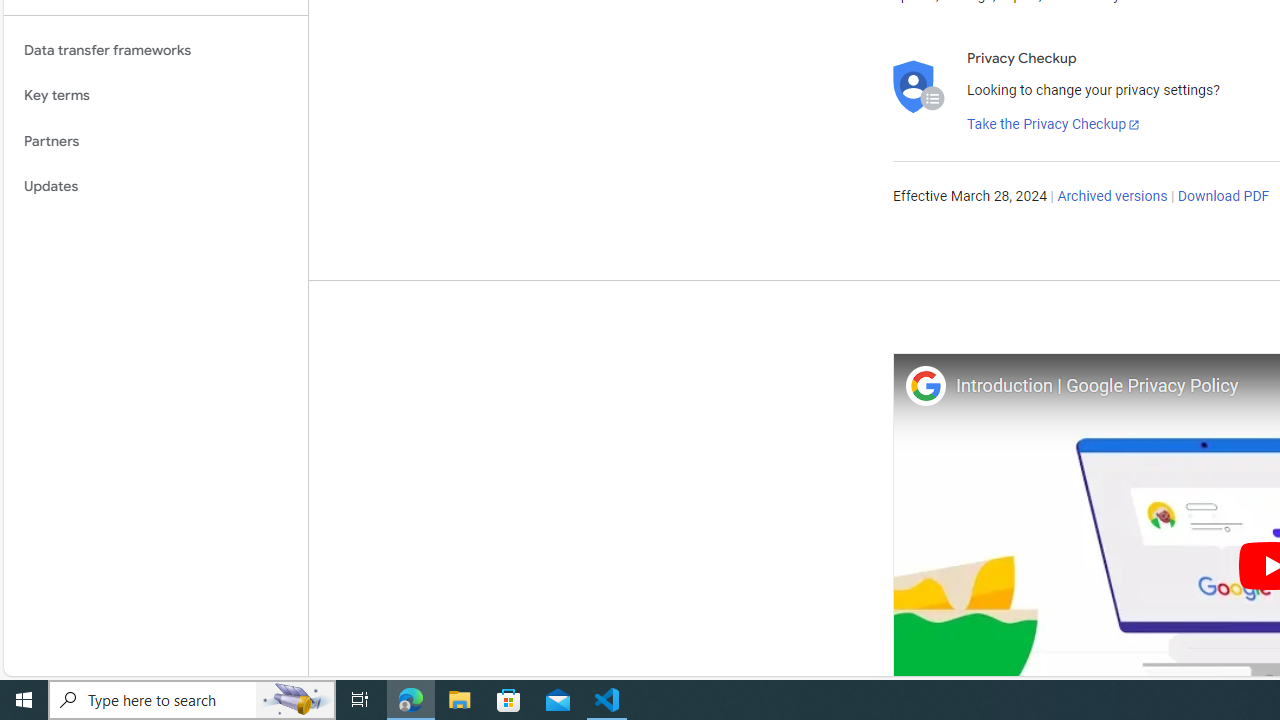 The width and height of the screenshot is (1280, 720). What do you see at coordinates (155, 140) in the screenshot?
I see `'Partners'` at bounding box center [155, 140].